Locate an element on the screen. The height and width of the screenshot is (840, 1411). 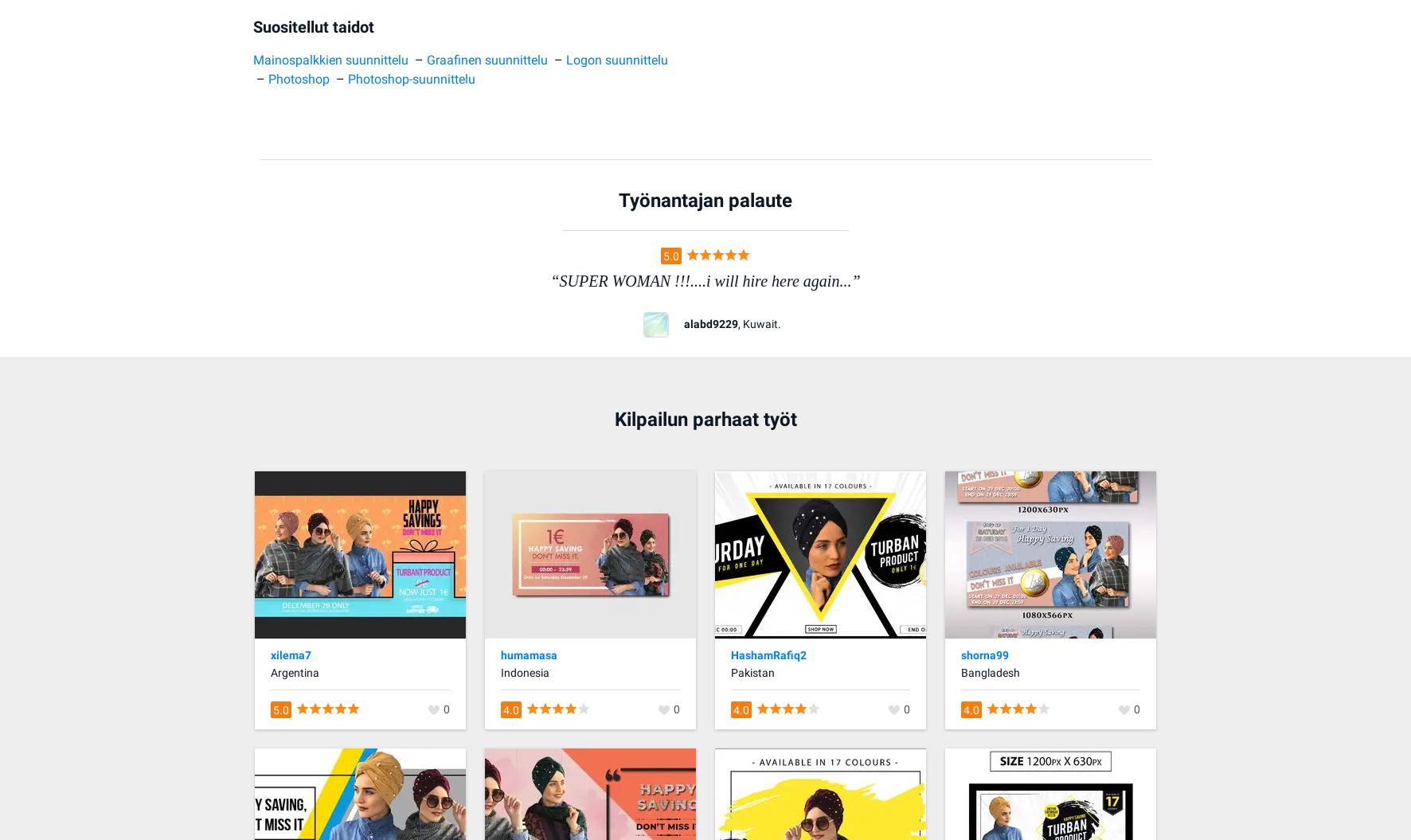
'alabd9229' is located at coordinates (709, 322).